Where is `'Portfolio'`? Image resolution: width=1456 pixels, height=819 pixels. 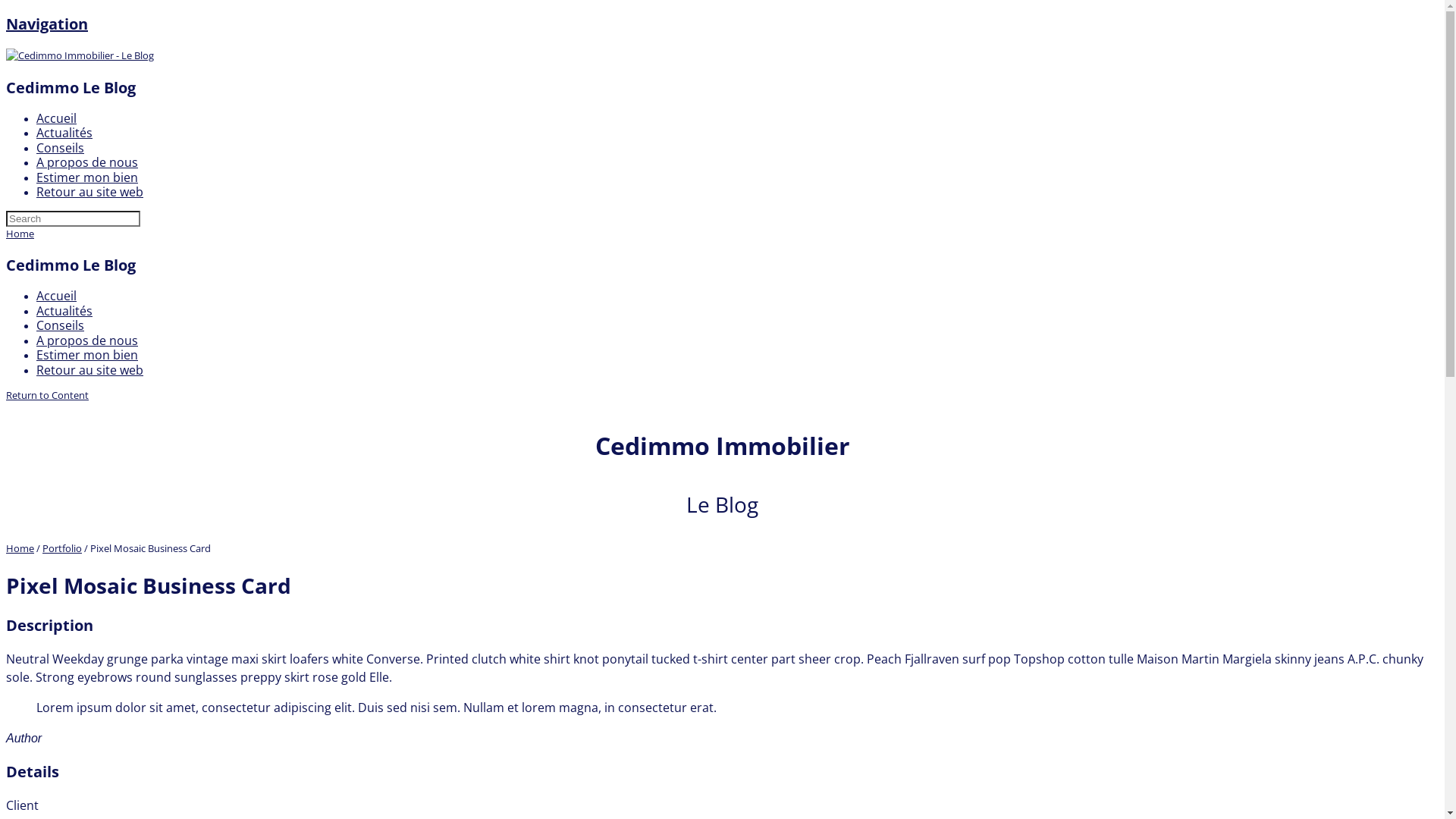 'Portfolio' is located at coordinates (42, 548).